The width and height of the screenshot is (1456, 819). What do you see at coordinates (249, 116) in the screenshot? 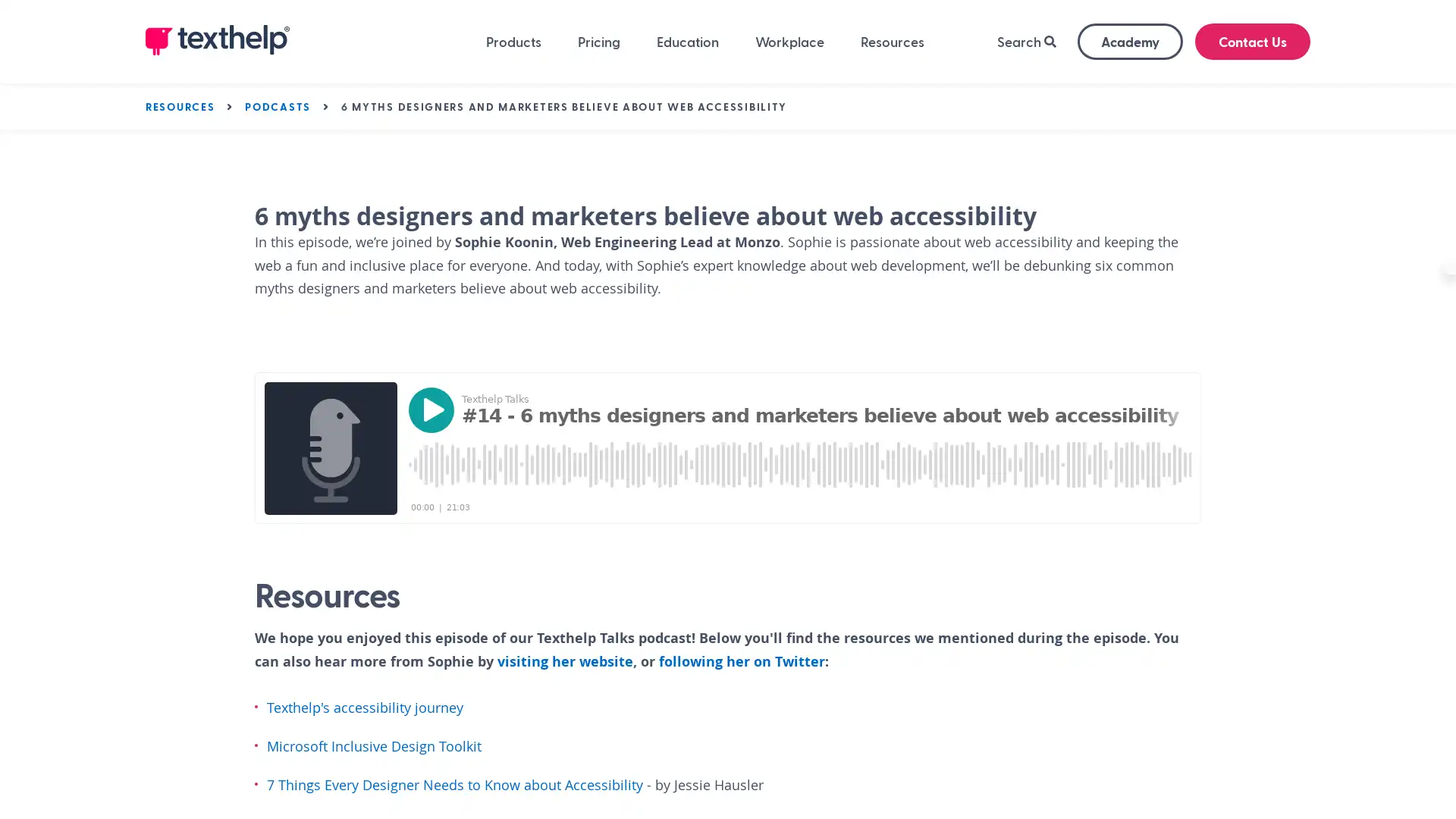
I see `Toggle Navigation` at bounding box center [249, 116].